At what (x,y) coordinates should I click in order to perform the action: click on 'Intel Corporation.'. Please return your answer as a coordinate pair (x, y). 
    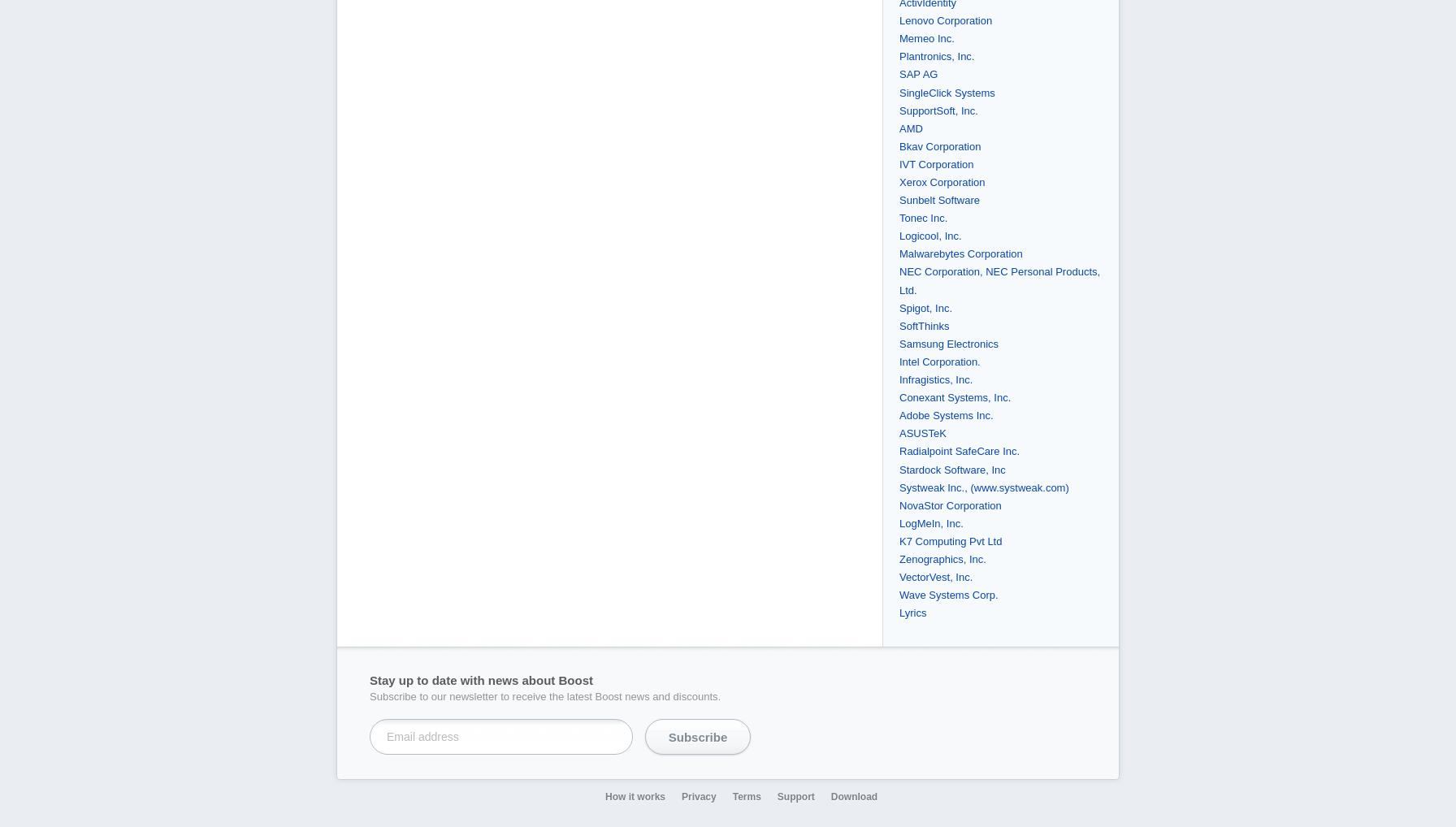
    Looking at the image, I should click on (939, 360).